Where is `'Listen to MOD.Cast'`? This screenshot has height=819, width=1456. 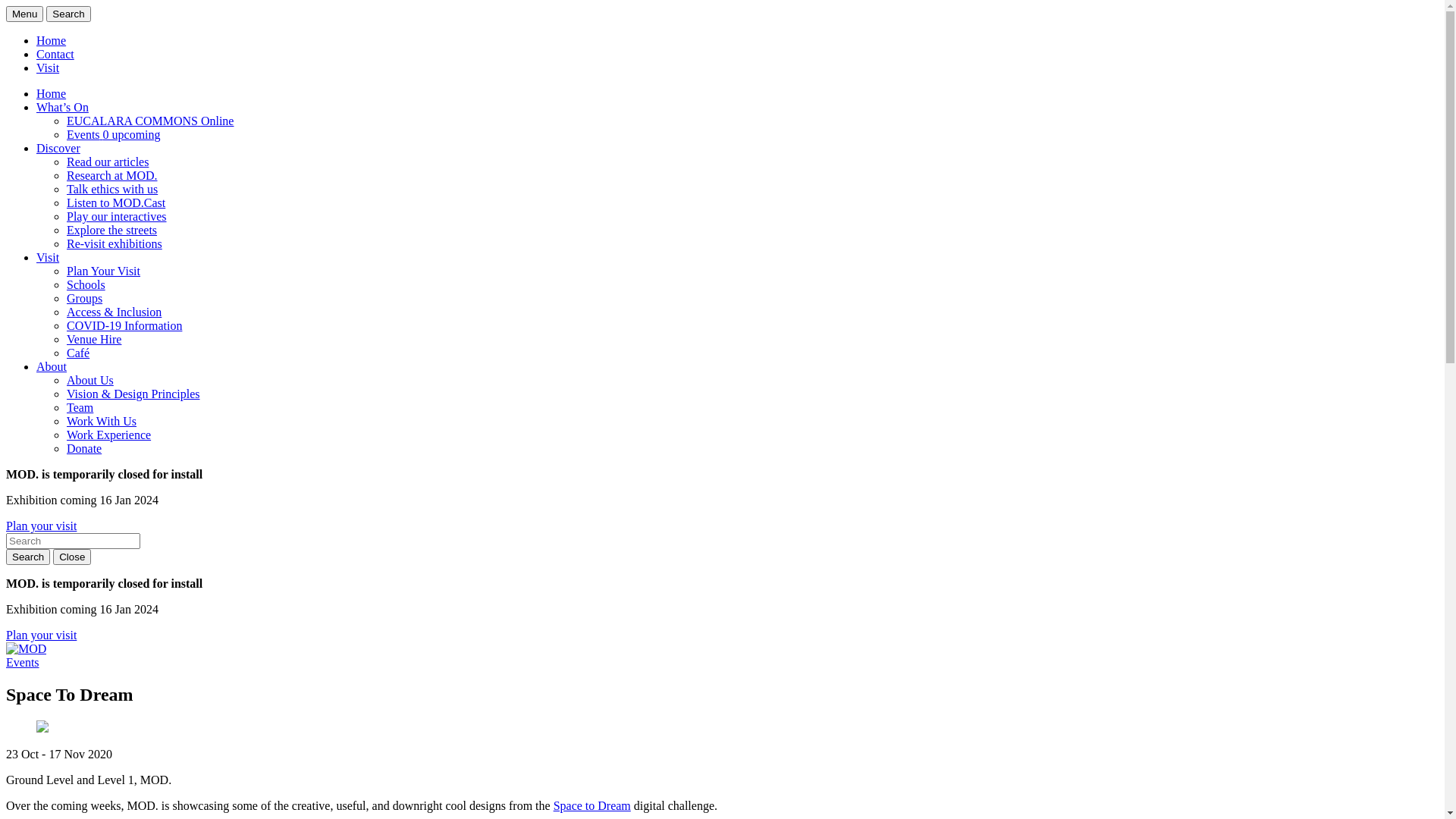 'Listen to MOD.Cast' is located at coordinates (115, 202).